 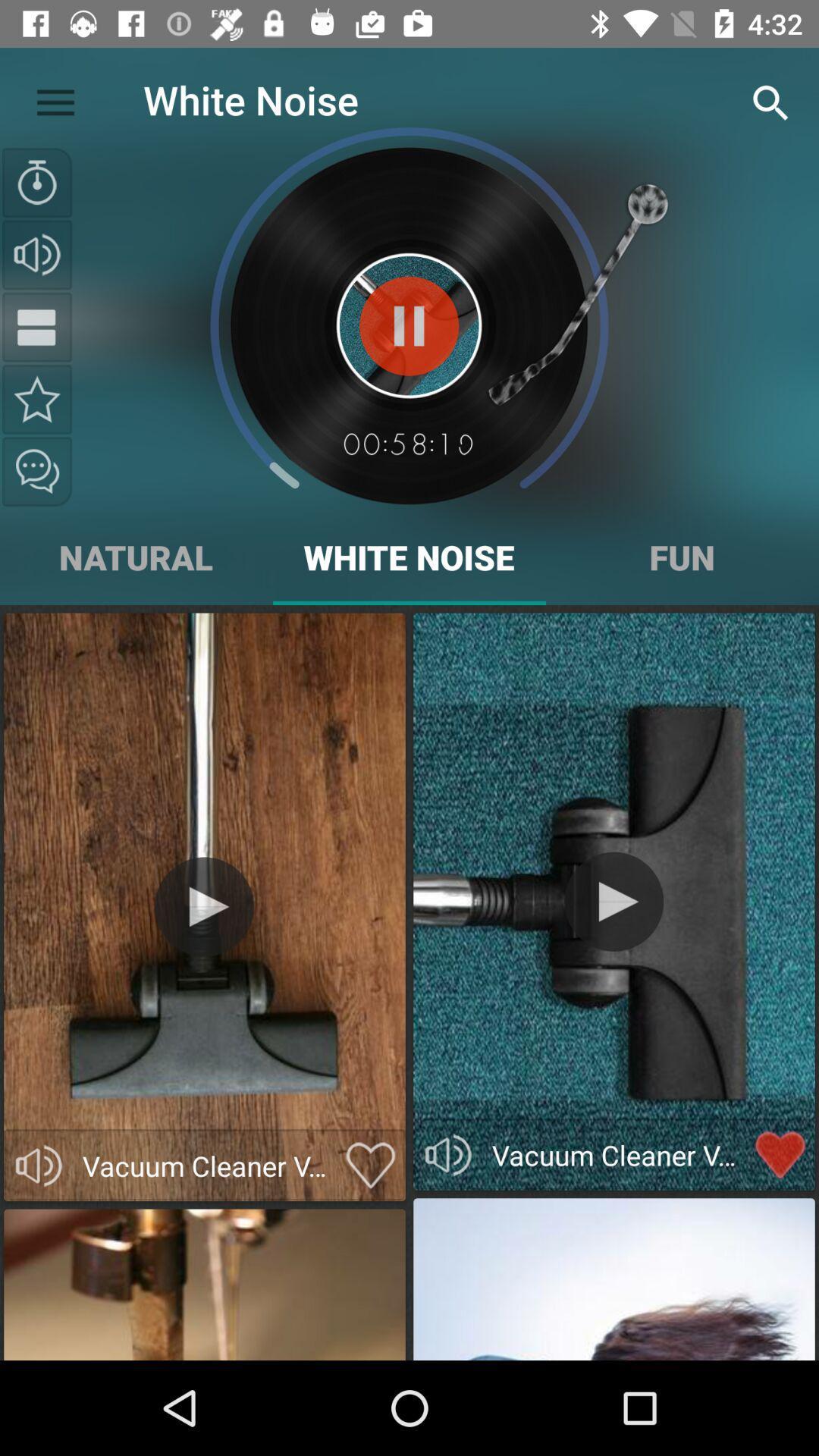 What do you see at coordinates (203, 906) in the screenshot?
I see `play` at bounding box center [203, 906].